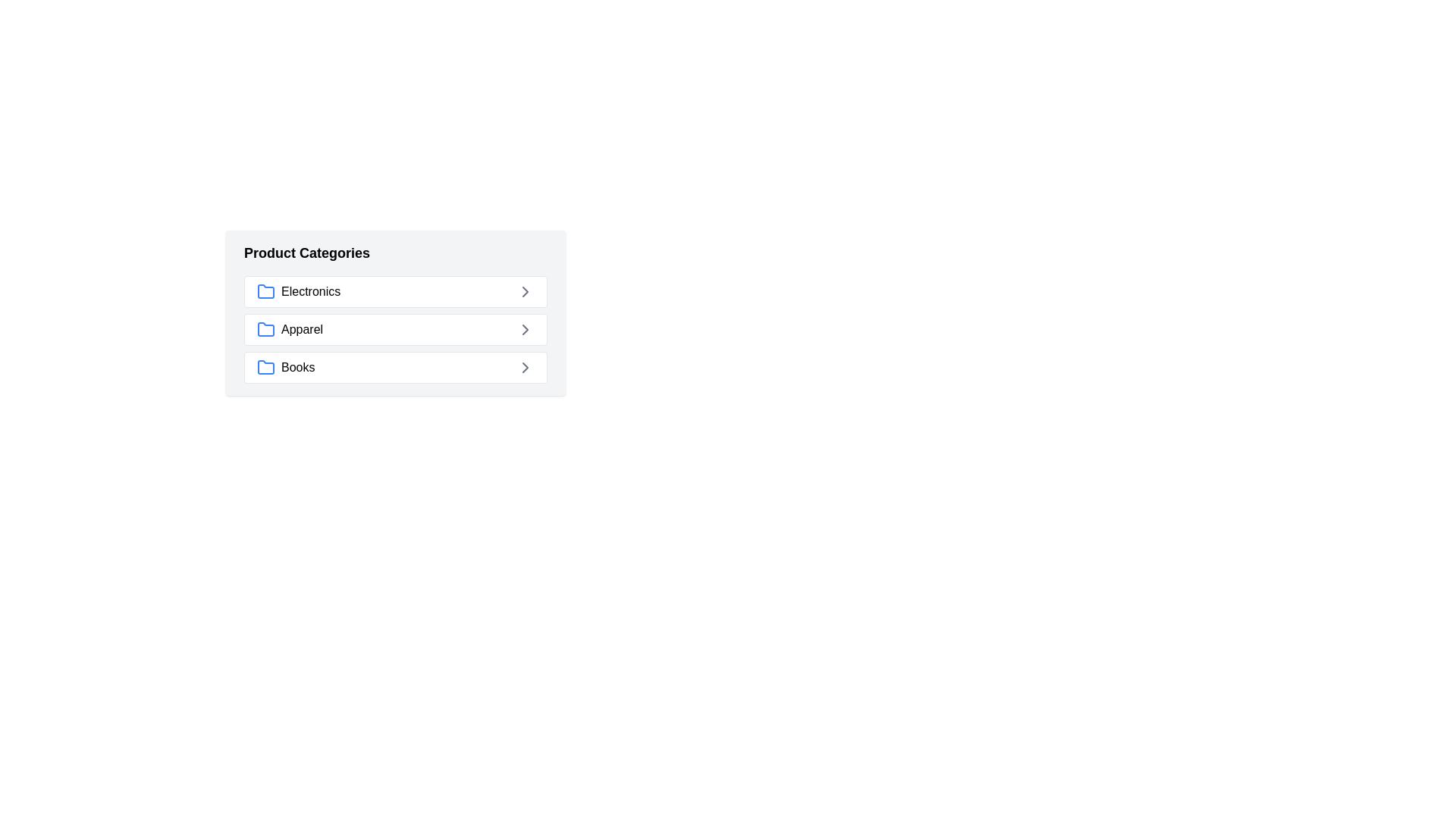 Image resolution: width=1456 pixels, height=819 pixels. Describe the element at coordinates (265, 367) in the screenshot. I see `the blue outlined folder icon located in the third row of the 'Product Categories' list, adjacent to the text 'Books'` at that location.